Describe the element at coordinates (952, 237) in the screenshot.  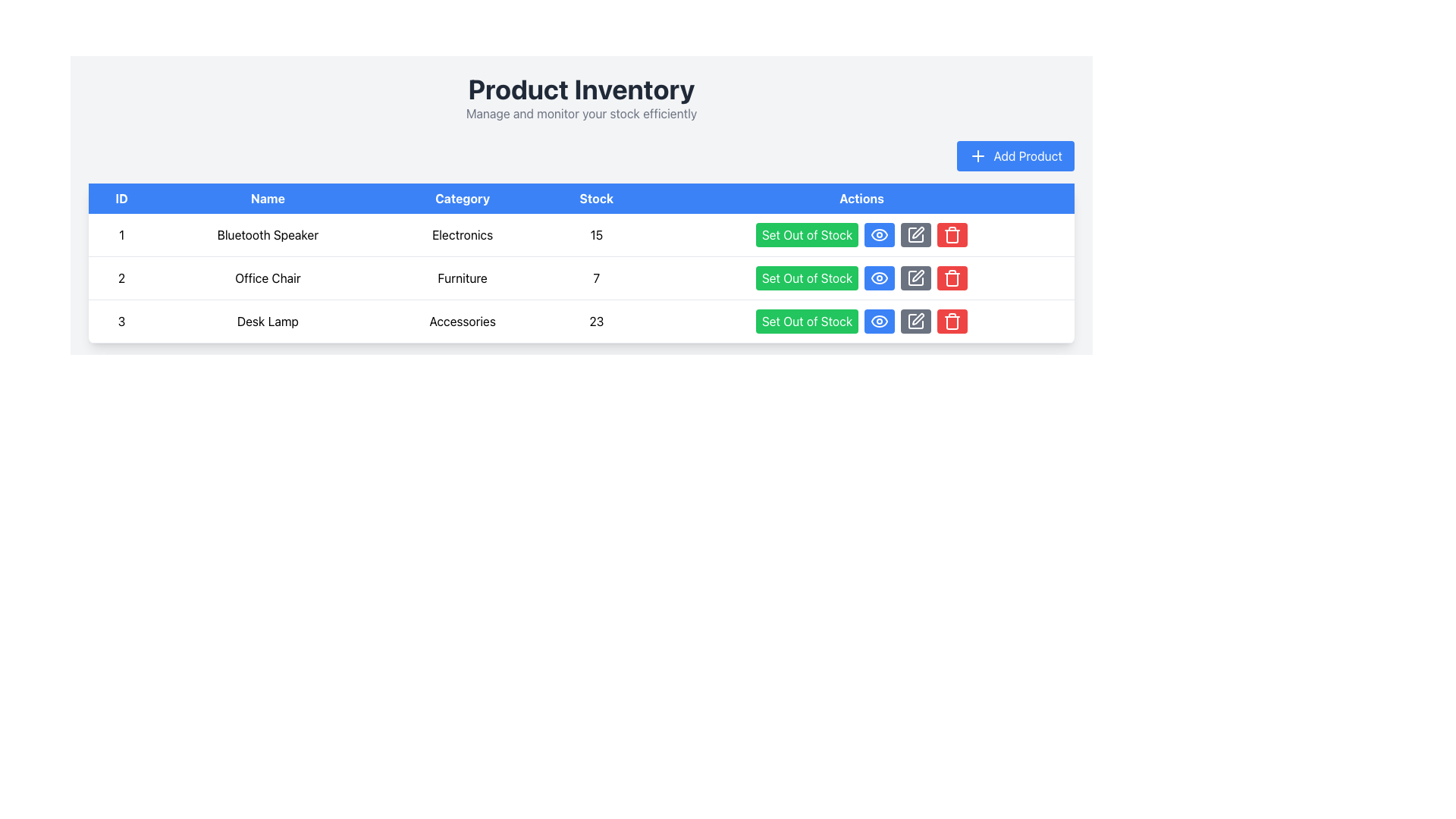
I see `the supportive design element of the trash bin icon located in the 'Actions' column of the last row of the table` at that location.